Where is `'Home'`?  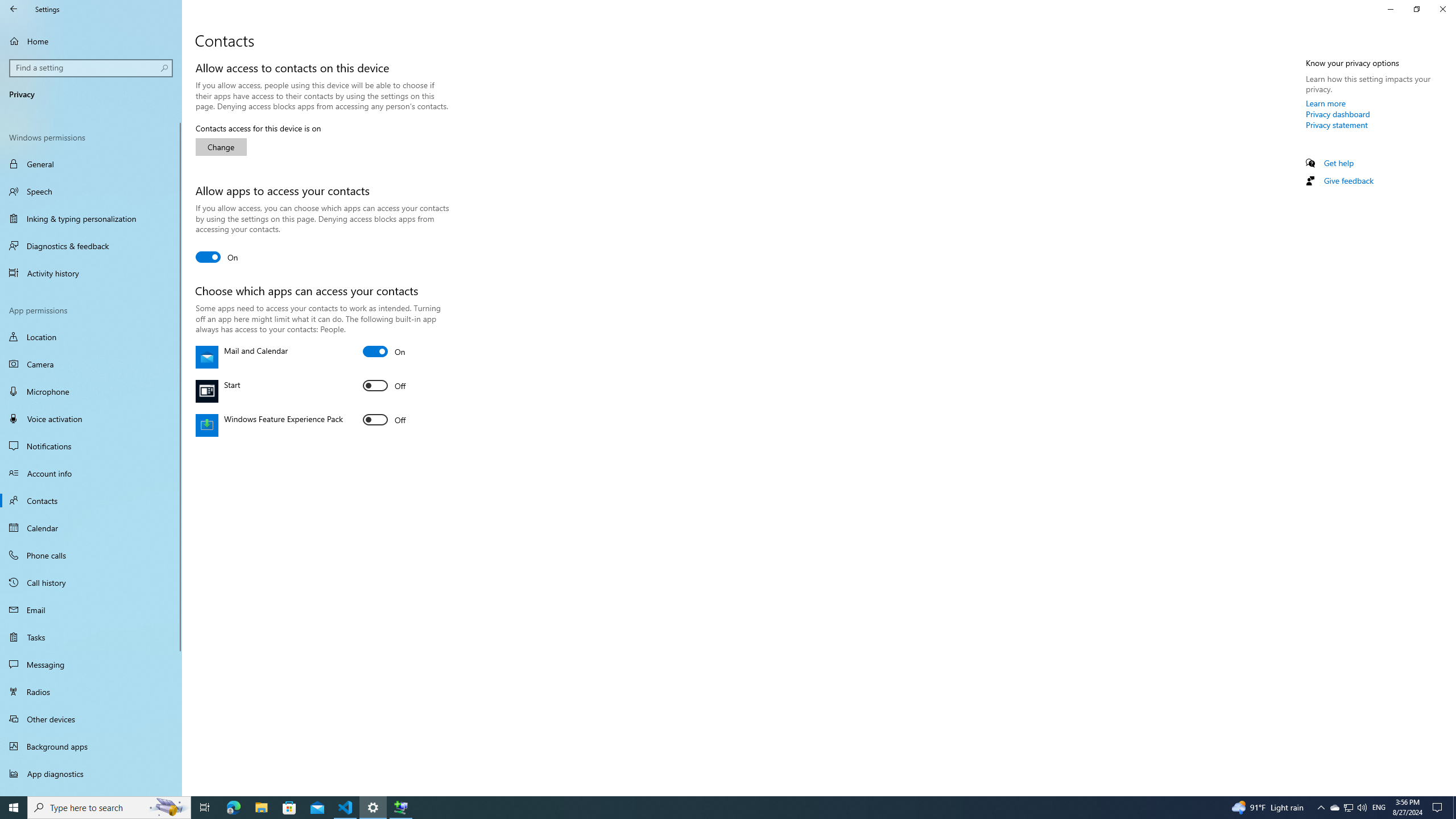 'Home' is located at coordinates (90, 41).